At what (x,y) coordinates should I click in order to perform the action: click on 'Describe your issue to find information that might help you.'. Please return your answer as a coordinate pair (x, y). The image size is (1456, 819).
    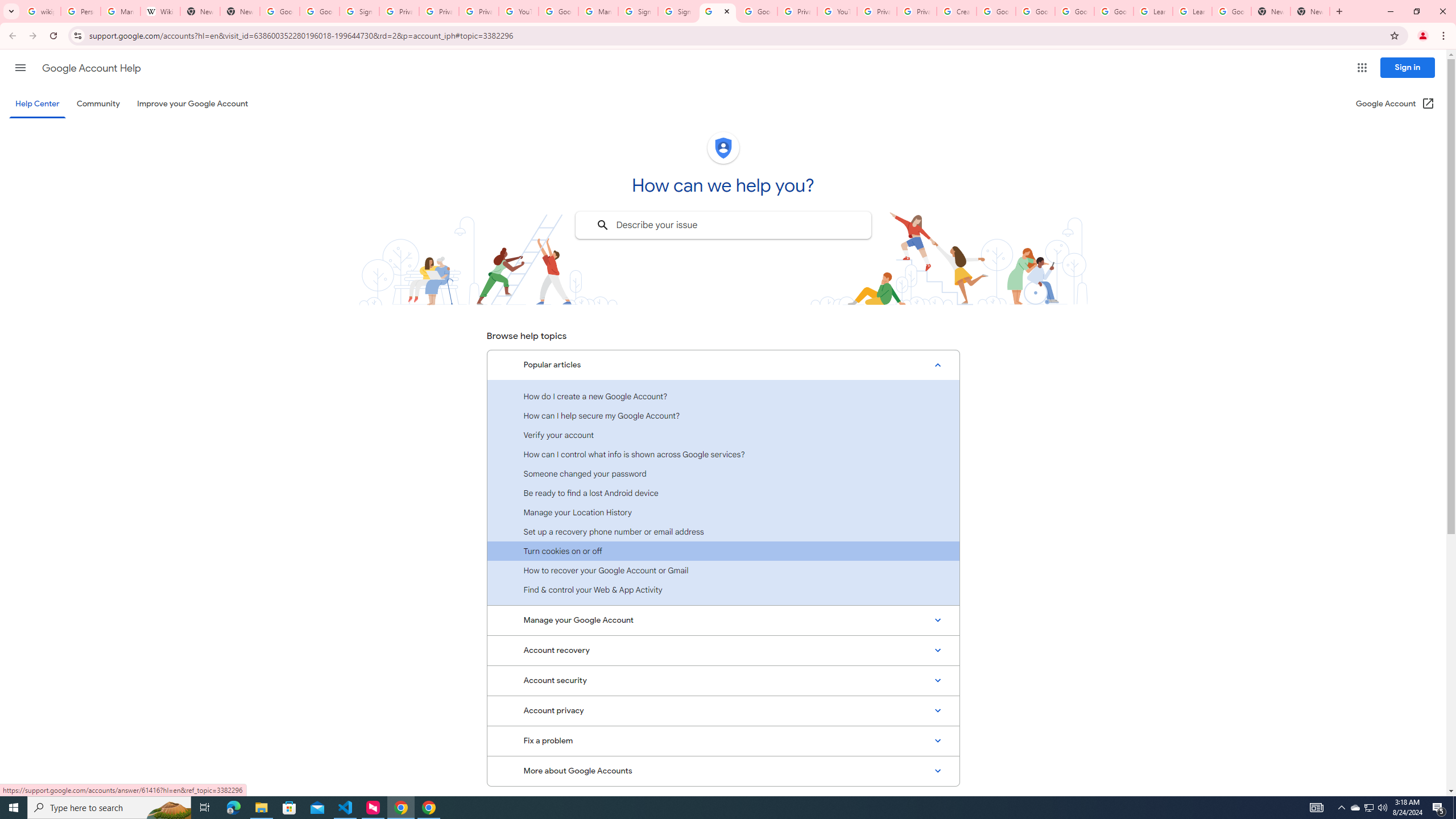
    Looking at the image, I should click on (723, 225).